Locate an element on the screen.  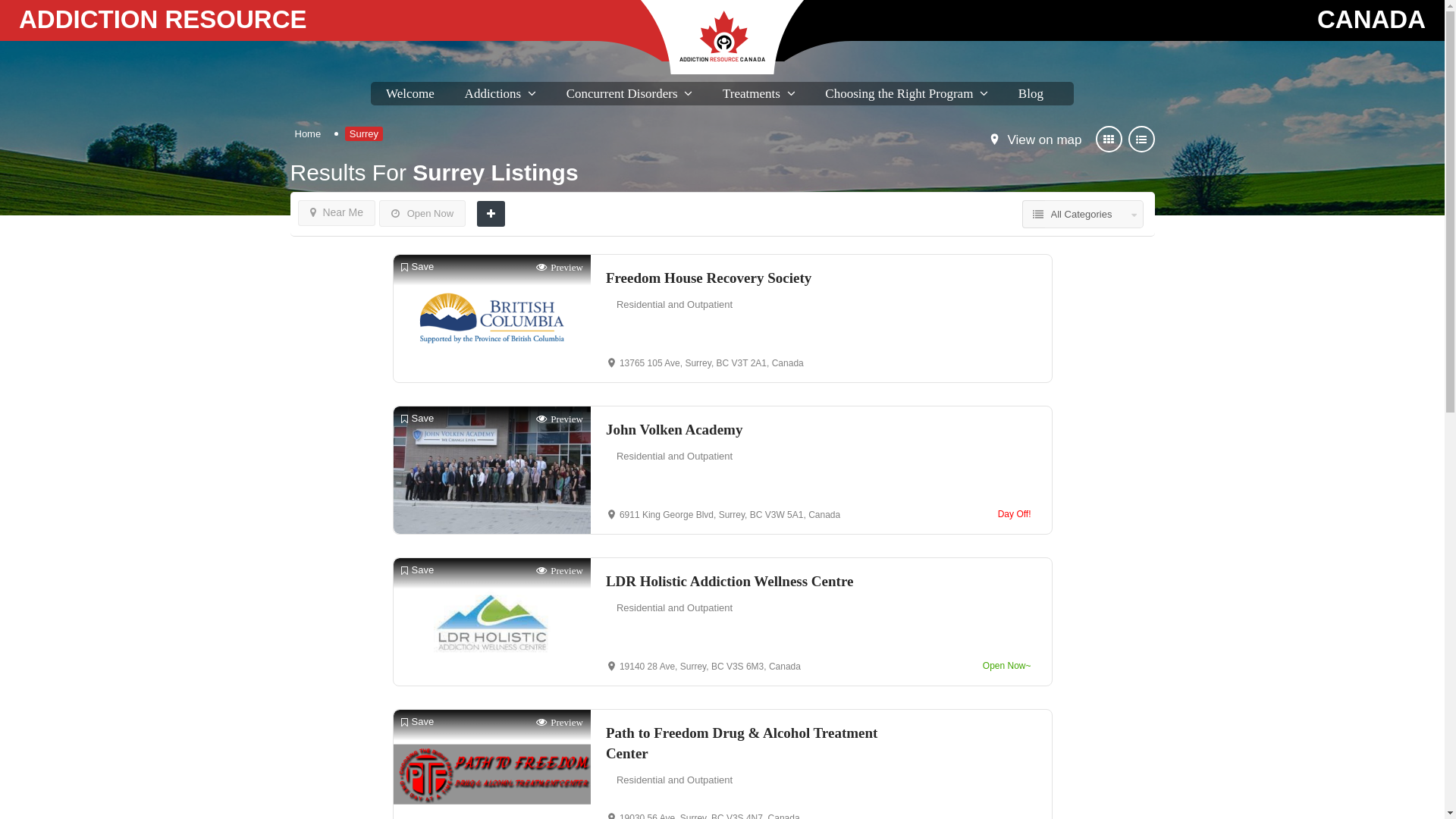
'All Categories' is located at coordinates (1094, 214).